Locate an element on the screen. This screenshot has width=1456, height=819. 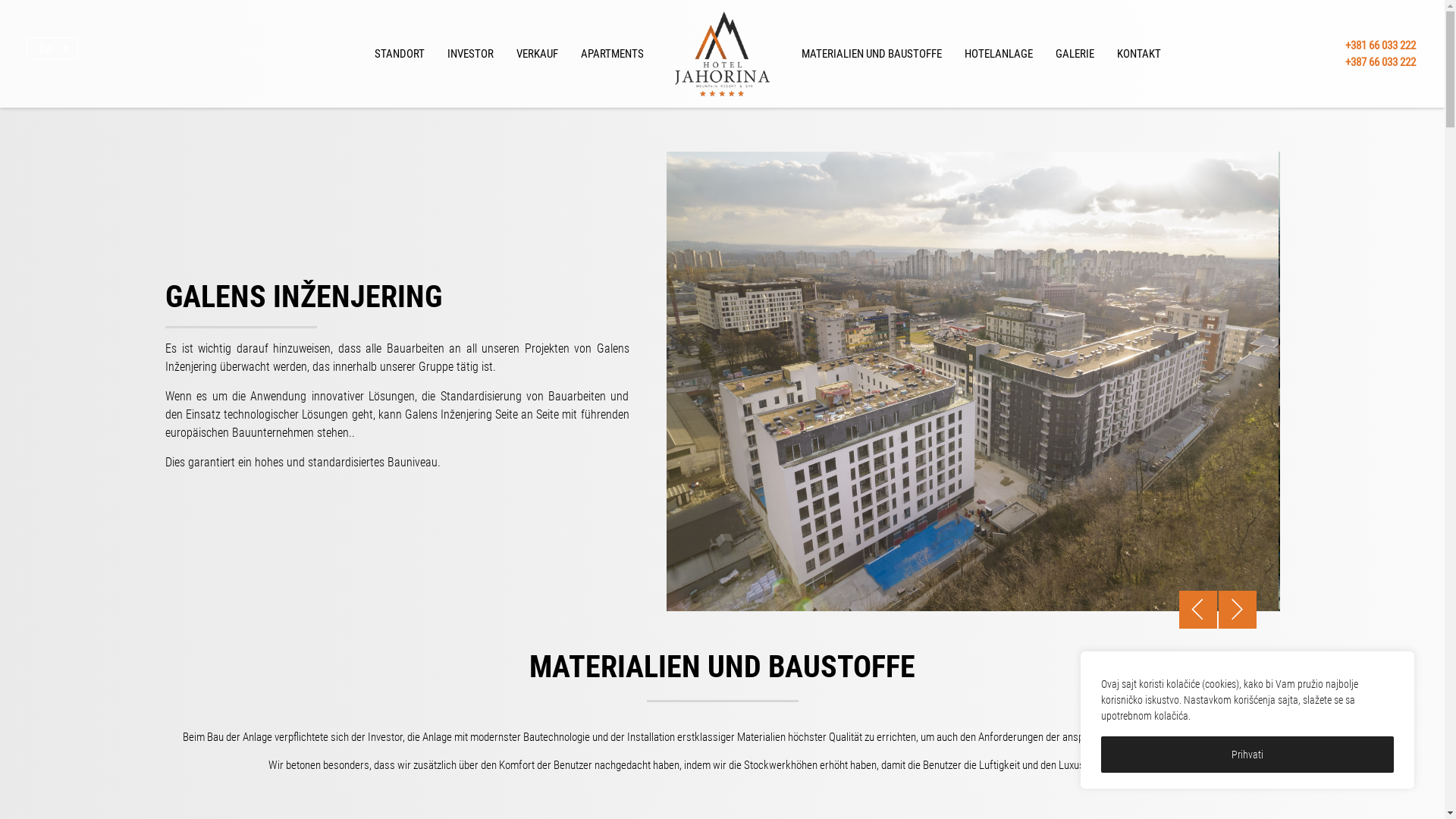
'Prihvati' is located at coordinates (1247, 755).